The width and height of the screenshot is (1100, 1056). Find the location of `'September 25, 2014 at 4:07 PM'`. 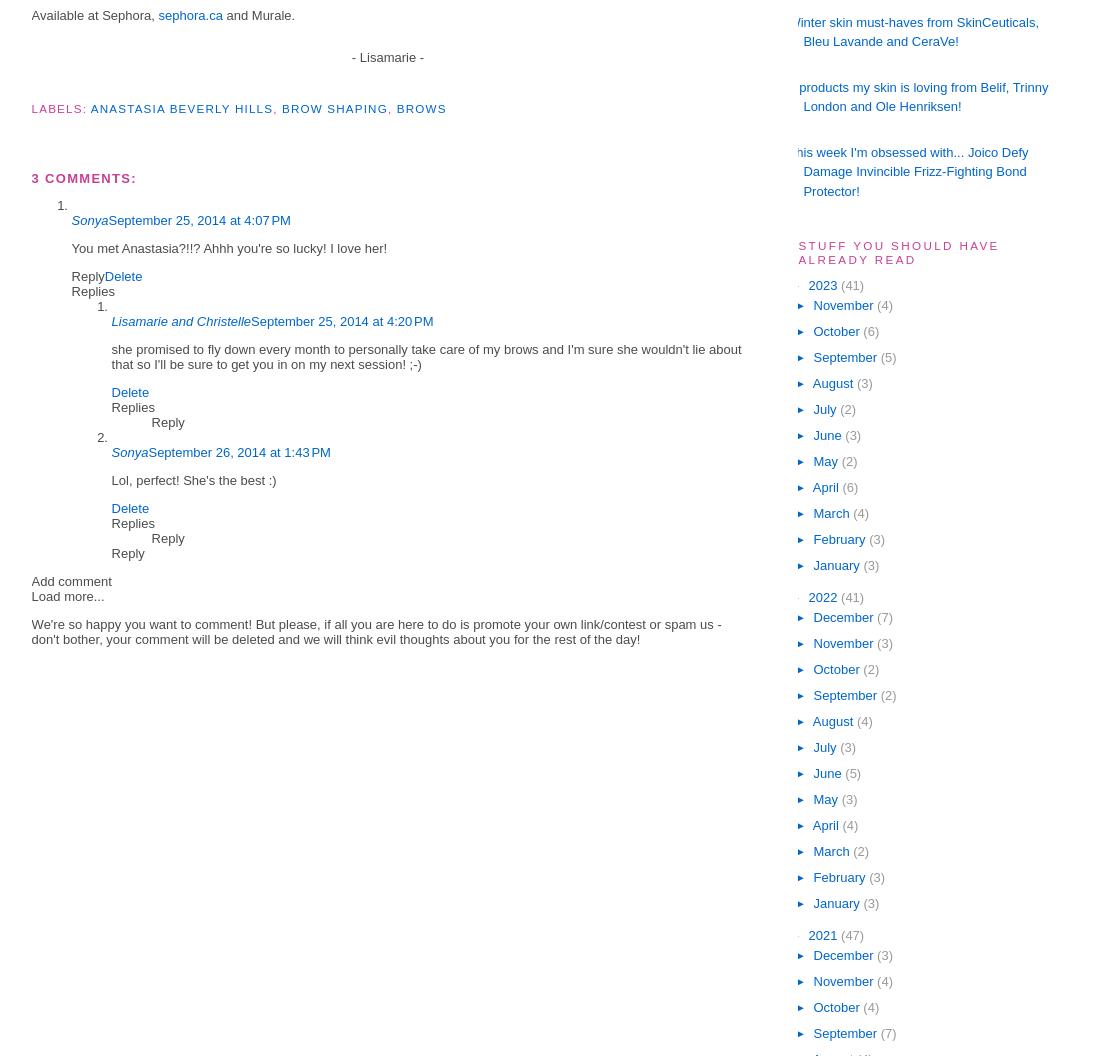

'September 25, 2014 at 4:07 PM' is located at coordinates (197, 219).